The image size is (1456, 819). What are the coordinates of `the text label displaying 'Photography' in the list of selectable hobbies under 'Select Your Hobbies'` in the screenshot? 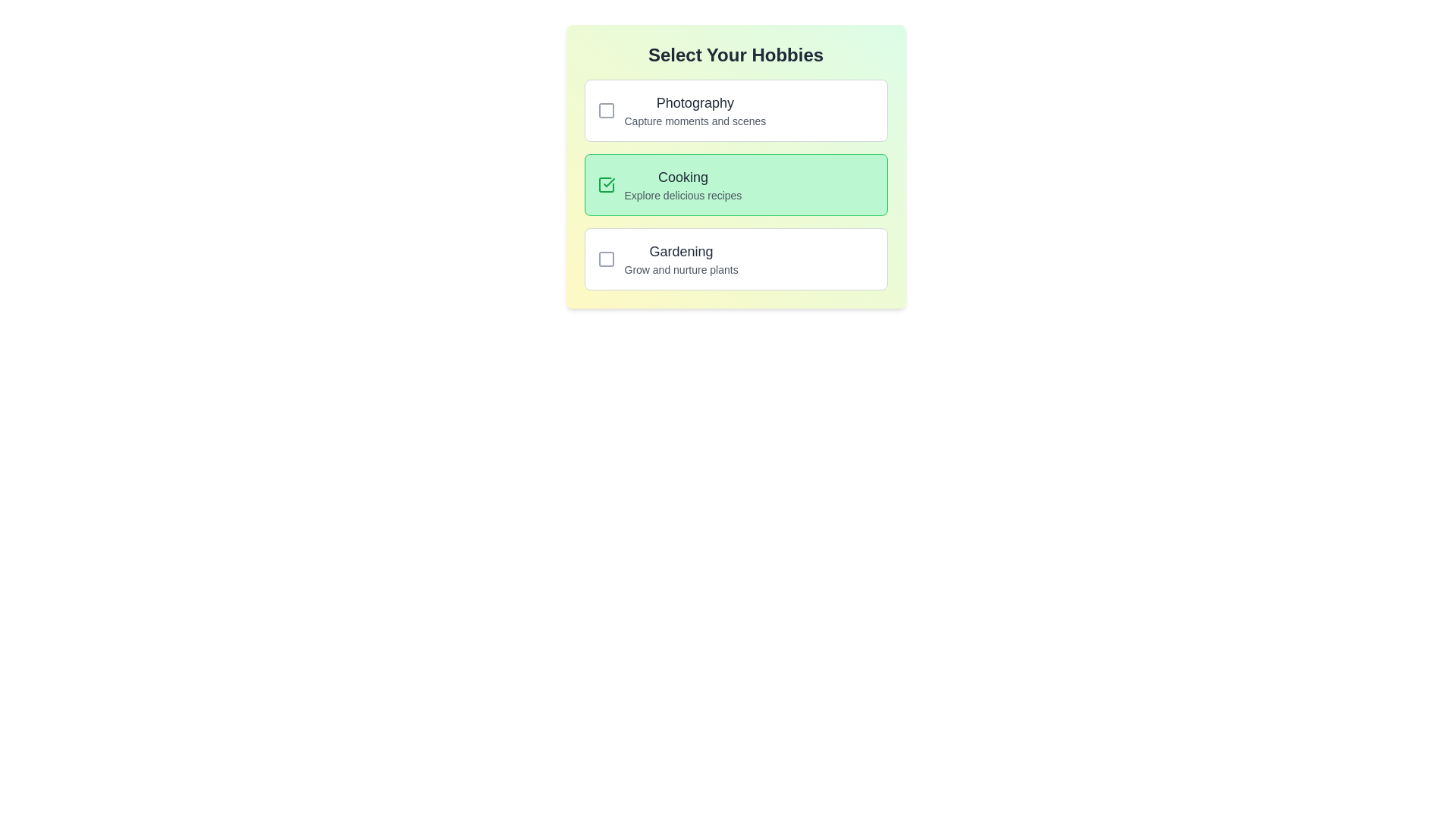 It's located at (694, 110).